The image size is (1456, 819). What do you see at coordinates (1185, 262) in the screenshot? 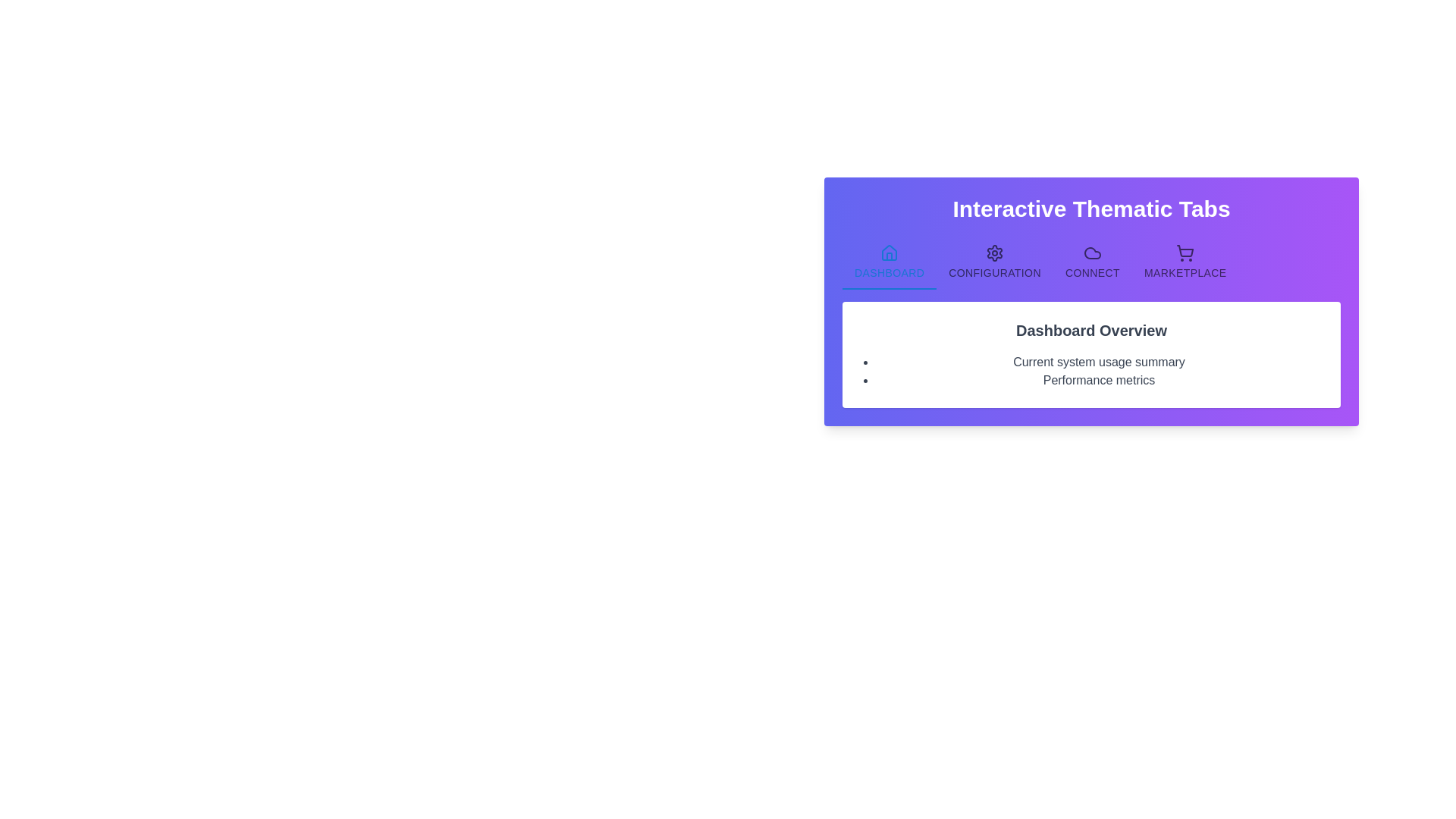
I see `the 'Marketplace' tab button, which is the fifth tab in the 'Interactive Thematic Tabs' navigation bar` at bounding box center [1185, 262].